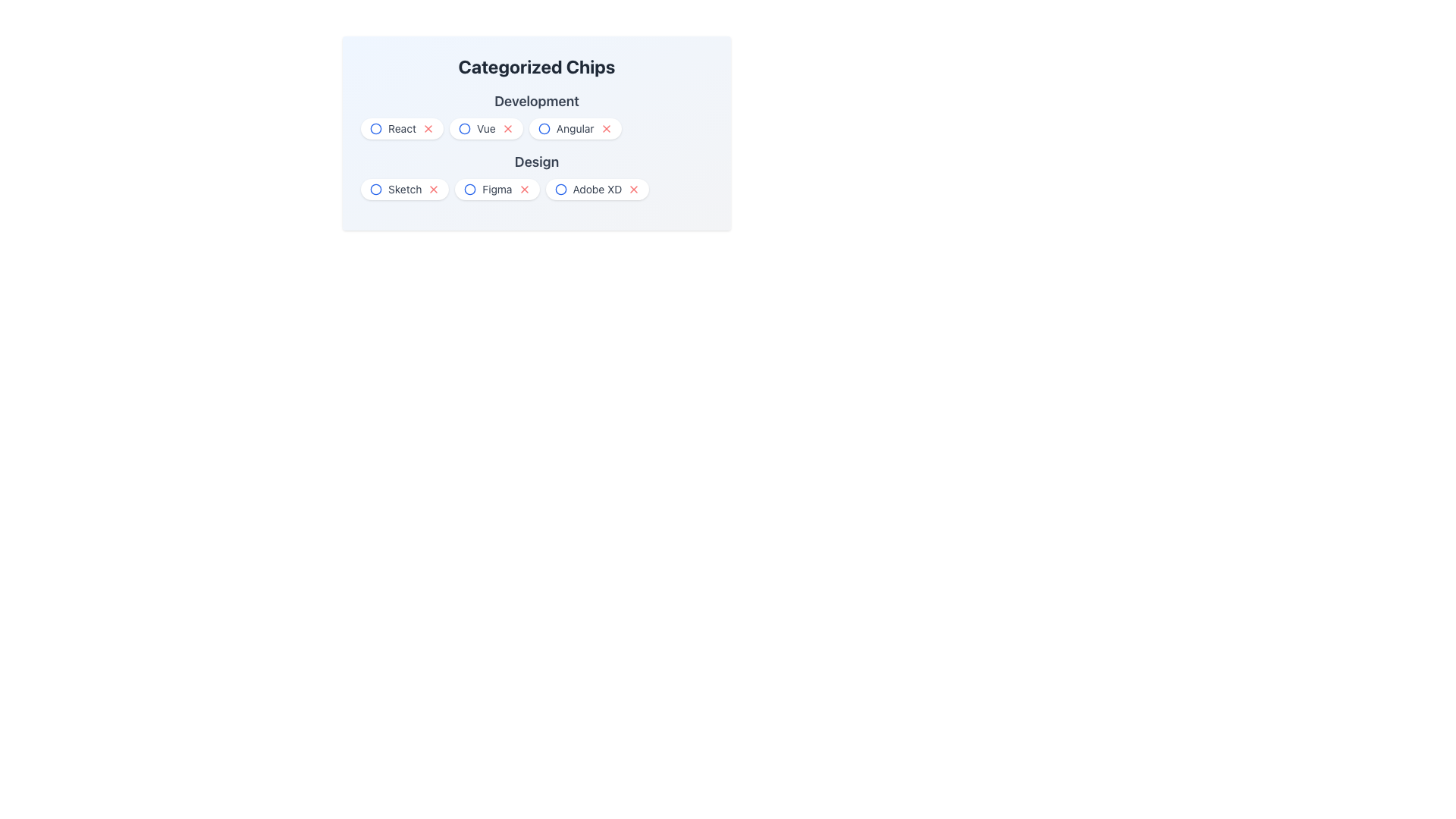 The width and height of the screenshot is (1456, 819). What do you see at coordinates (405, 189) in the screenshot?
I see `the 'Sketch' selectable chip button located in the second row of buttons within the 'Design' section` at bounding box center [405, 189].